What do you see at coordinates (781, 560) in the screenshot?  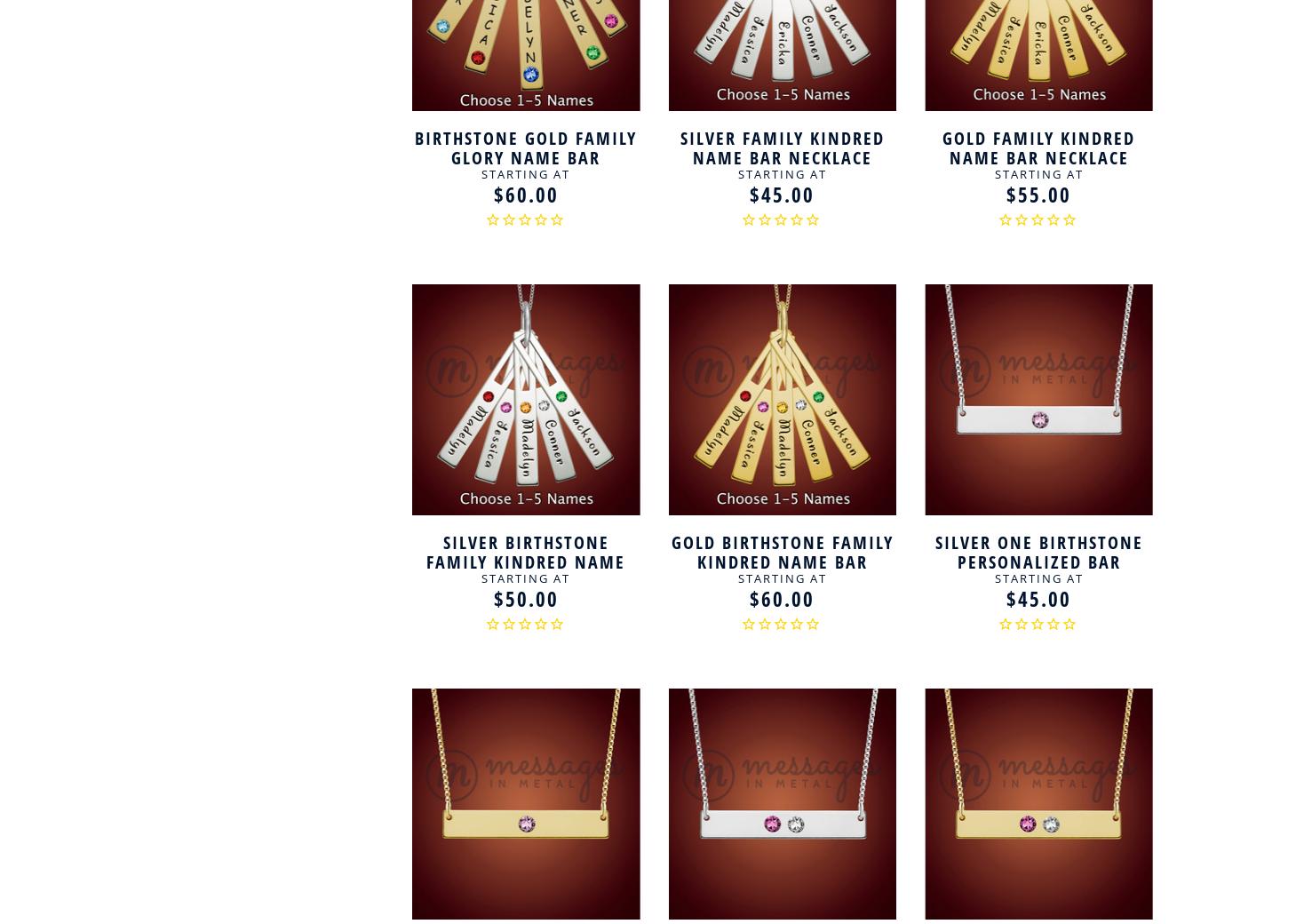 I see `'Gold Birthstone Family Kindred Name Bar Necklace'` at bounding box center [781, 560].